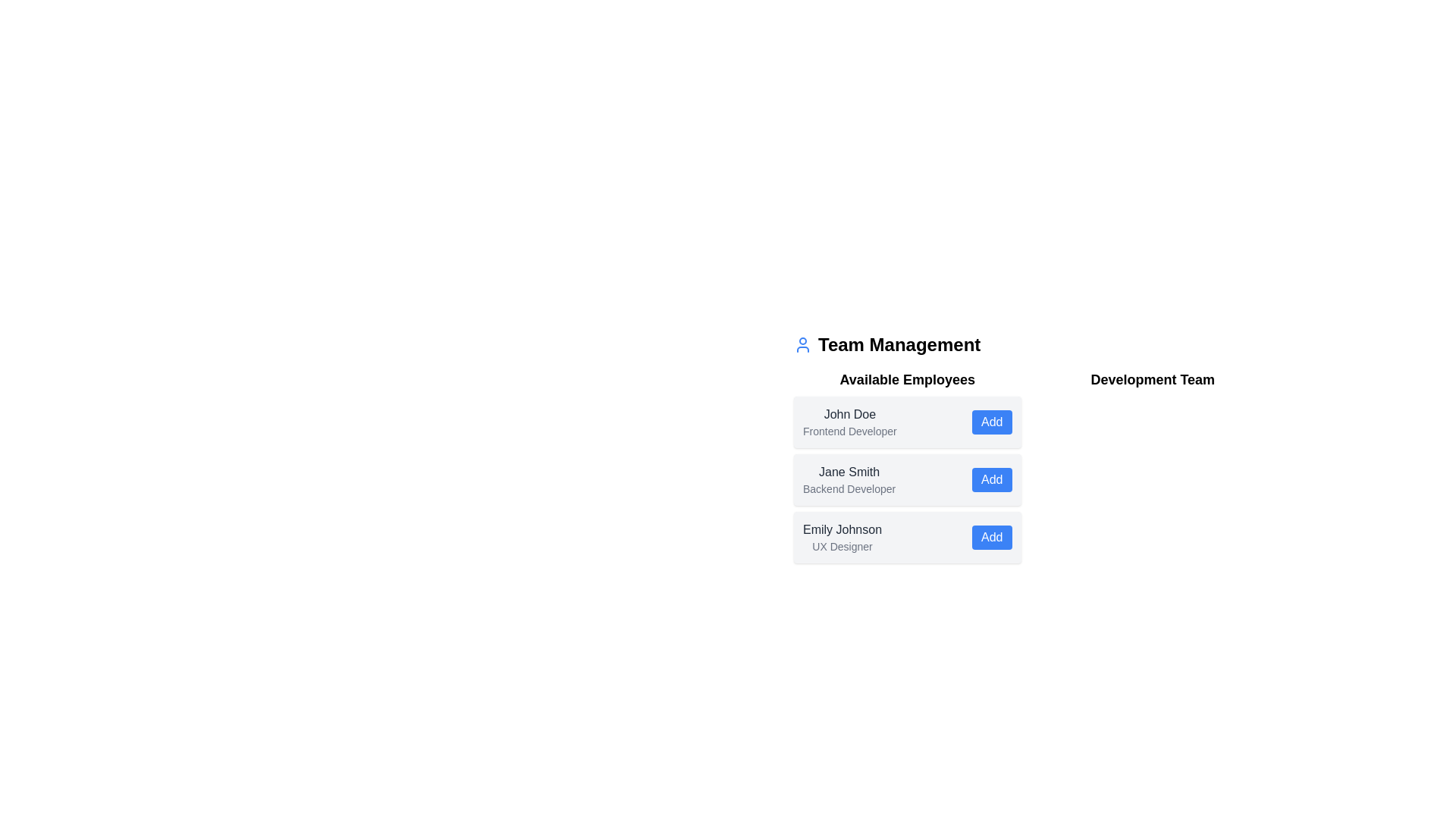 The width and height of the screenshot is (1456, 819). Describe the element at coordinates (842, 529) in the screenshot. I see `text label displaying 'Emily Johnson' located in the 'Available Employees' section, which is the first line of the third list item` at that location.